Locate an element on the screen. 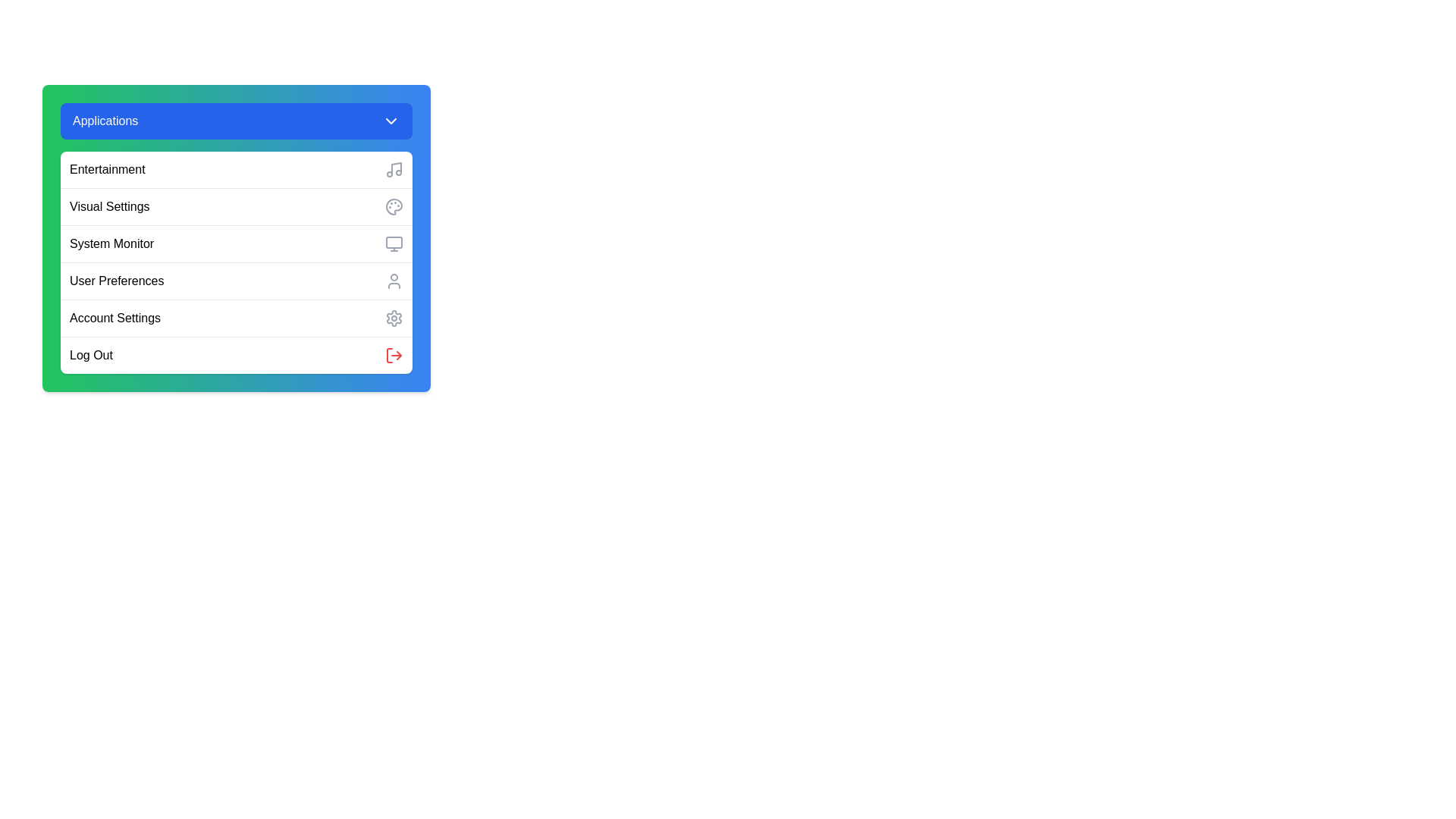 This screenshot has width=1456, height=819. the menu option Visual Settings from the menu is located at coordinates (236, 206).